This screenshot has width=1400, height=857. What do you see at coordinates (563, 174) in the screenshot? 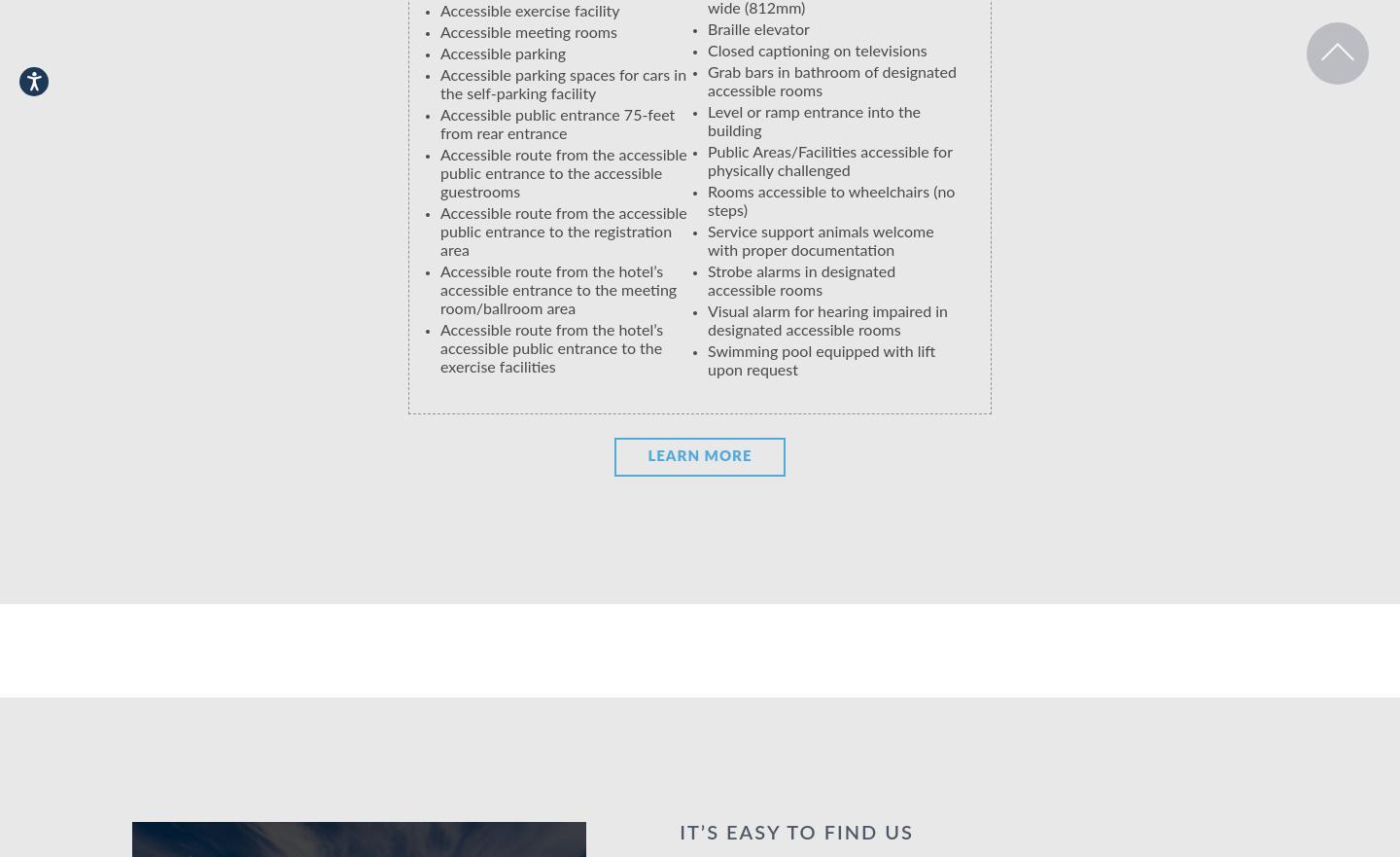
I see `'Accessible route from the accessible public entrance to the accessible guestrooms'` at bounding box center [563, 174].